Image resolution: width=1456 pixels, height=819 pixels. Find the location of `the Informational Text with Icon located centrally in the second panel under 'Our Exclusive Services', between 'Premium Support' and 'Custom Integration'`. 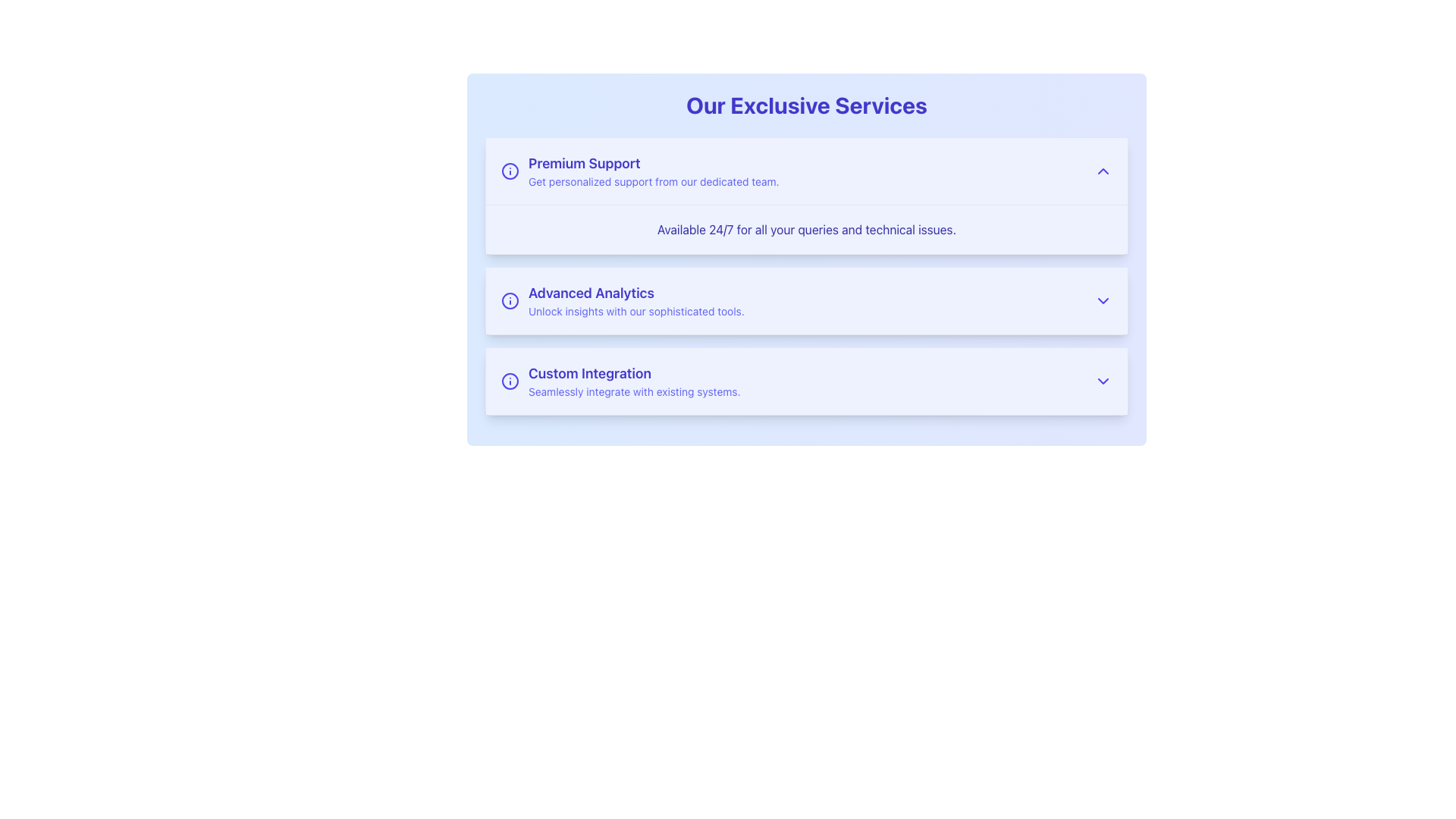

the Informational Text with Icon located centrally in the second panel under 'Our Exclusive Services', between 'Premium Support' and 'Custom Integration' is located at coordinates (623, 301).